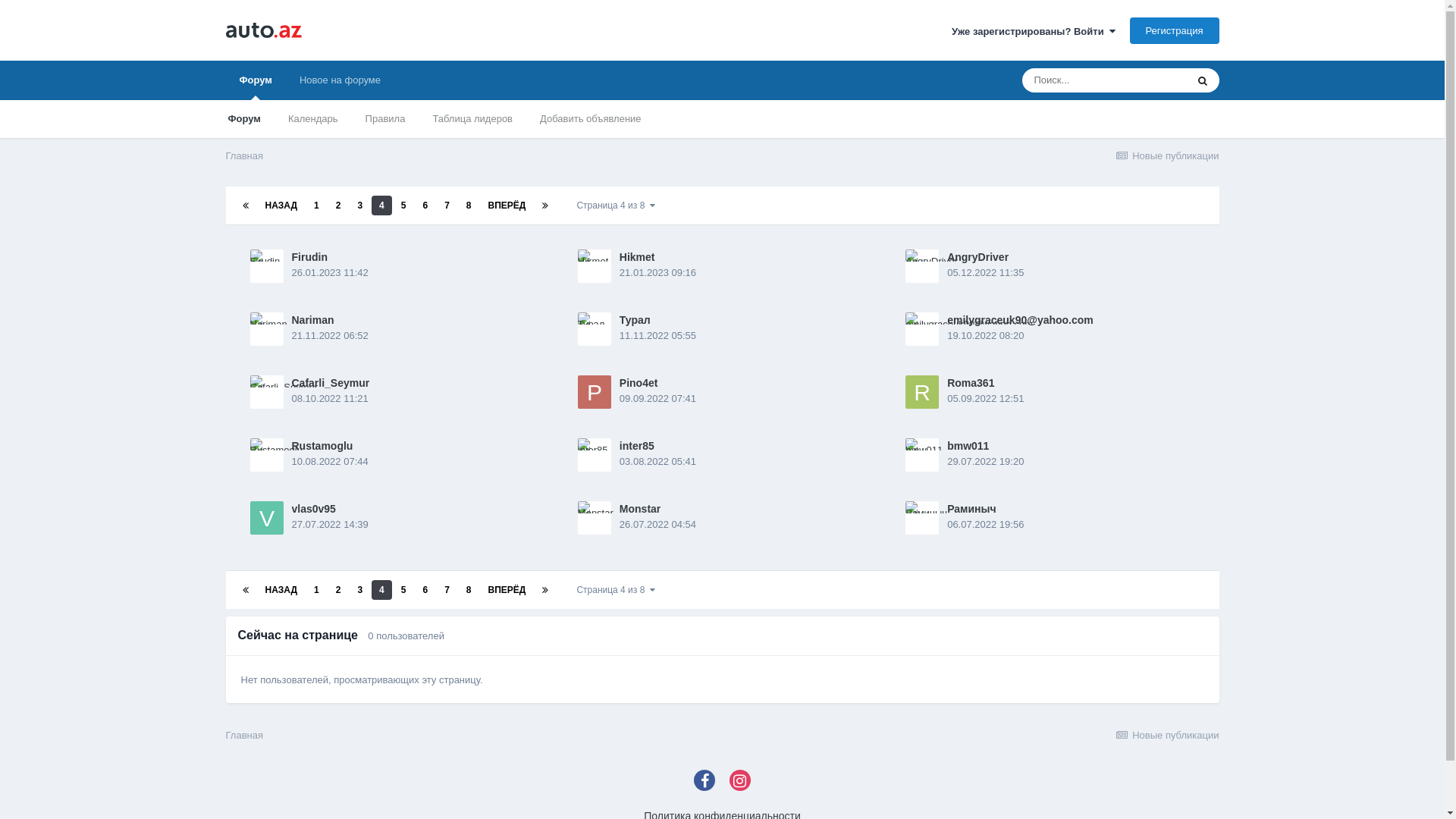 This screenshot has height=819, width=1456. What do you see at coordinates (457, 588) in the screenshot?
I see `'8'` at bounding box center [457, 588].